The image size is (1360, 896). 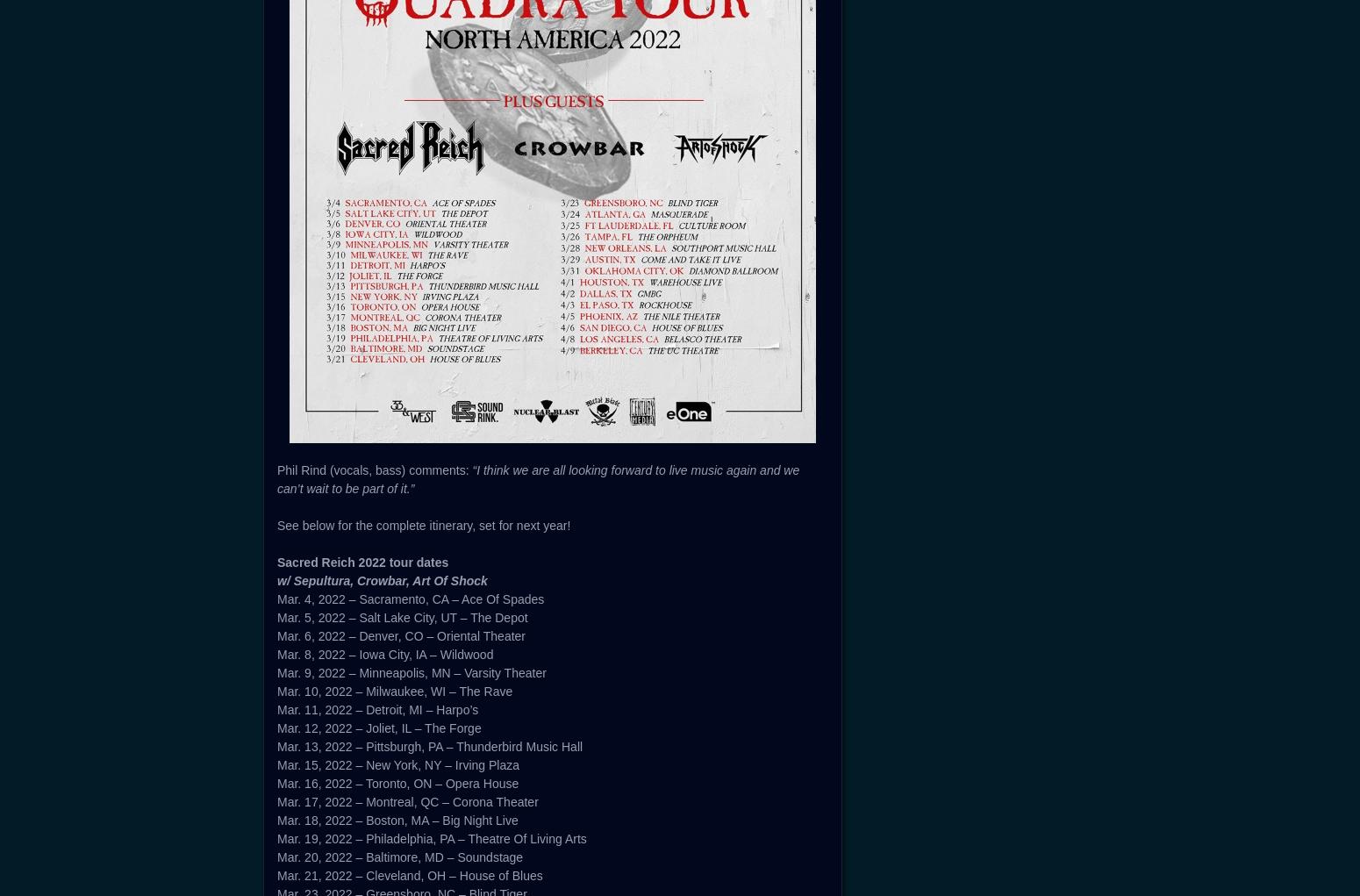 What do you see at coordinates (402, 617) in the screenshot?
I see `'Mar. 5, 2022 – Salt Lake City, UT – The Depot'` at bounding box center [402, 617].